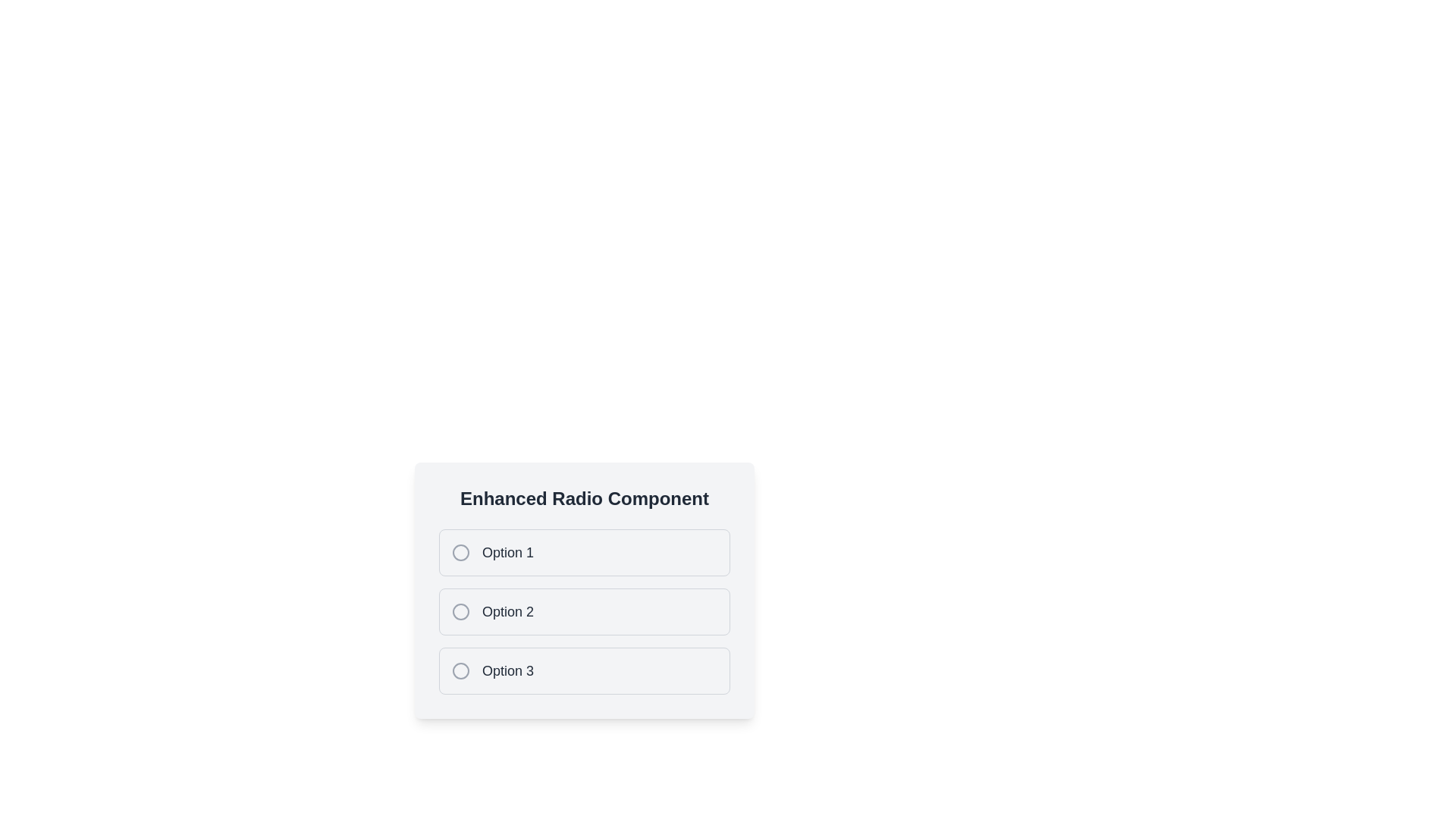 The height and width of the screenshot is (819, 1456). Describe the element at coordinates (460, 670) in the screenshot. I see `the inner circle of the Radio button selection indicator for 'Option 3'` at that location.